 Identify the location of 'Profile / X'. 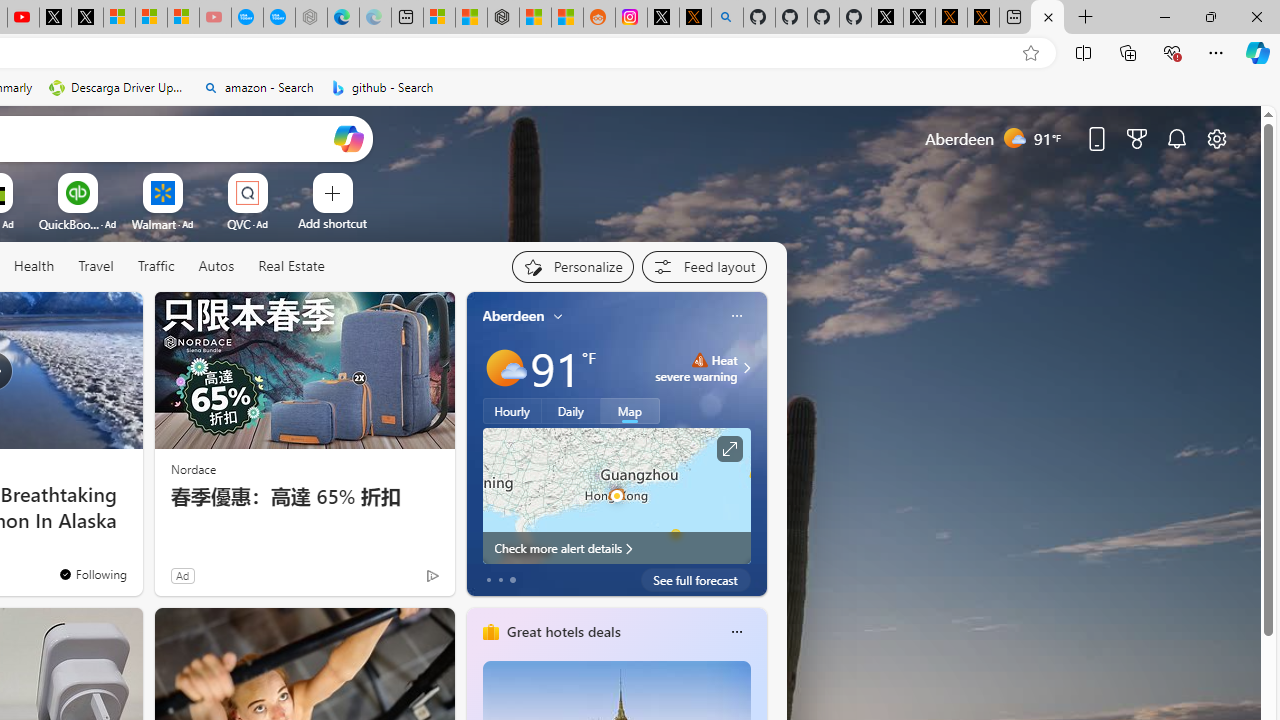
(886, 17).